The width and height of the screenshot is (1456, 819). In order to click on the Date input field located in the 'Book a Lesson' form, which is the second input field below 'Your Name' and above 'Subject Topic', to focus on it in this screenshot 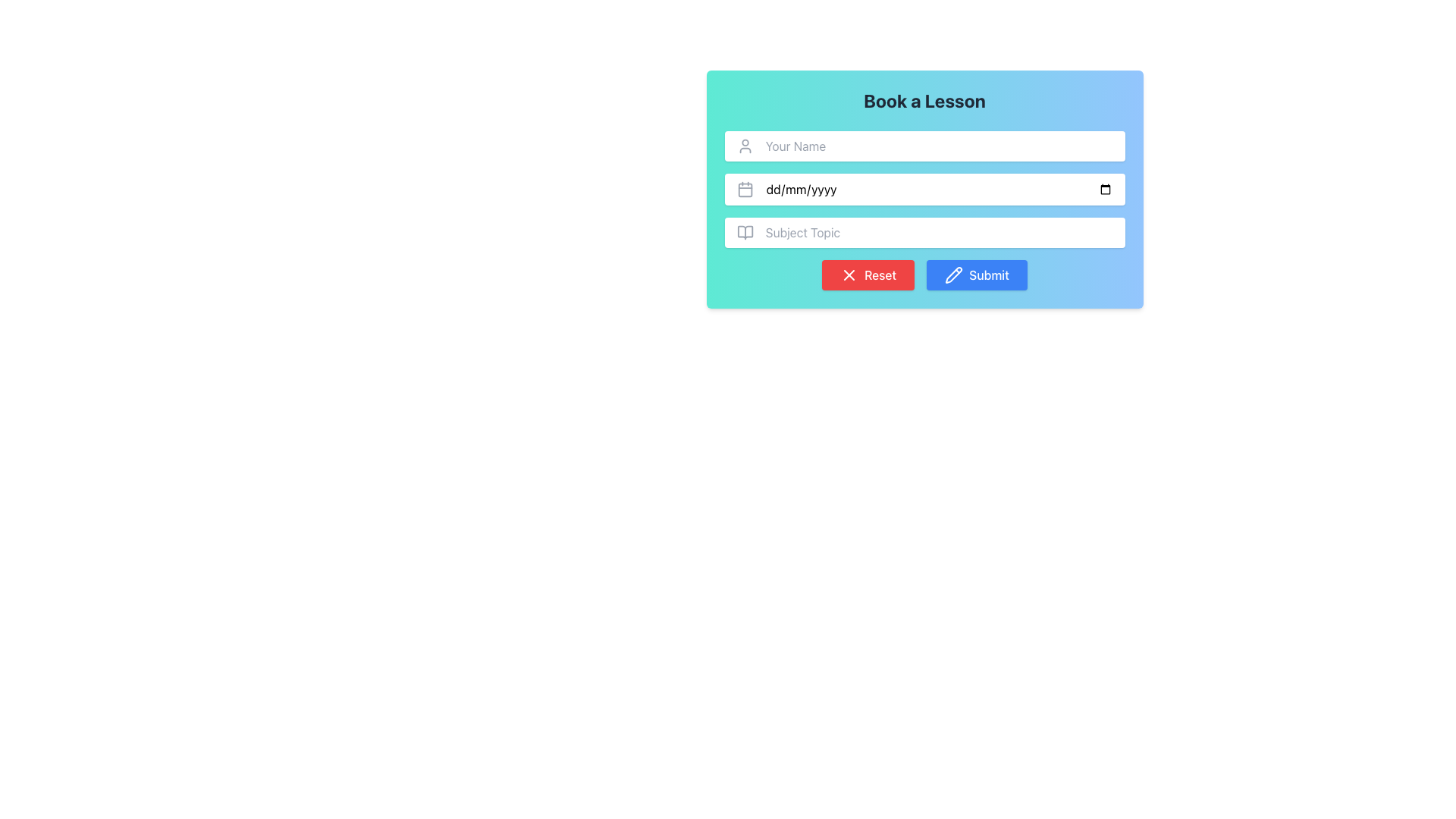, I will do `click(938, 189)`.